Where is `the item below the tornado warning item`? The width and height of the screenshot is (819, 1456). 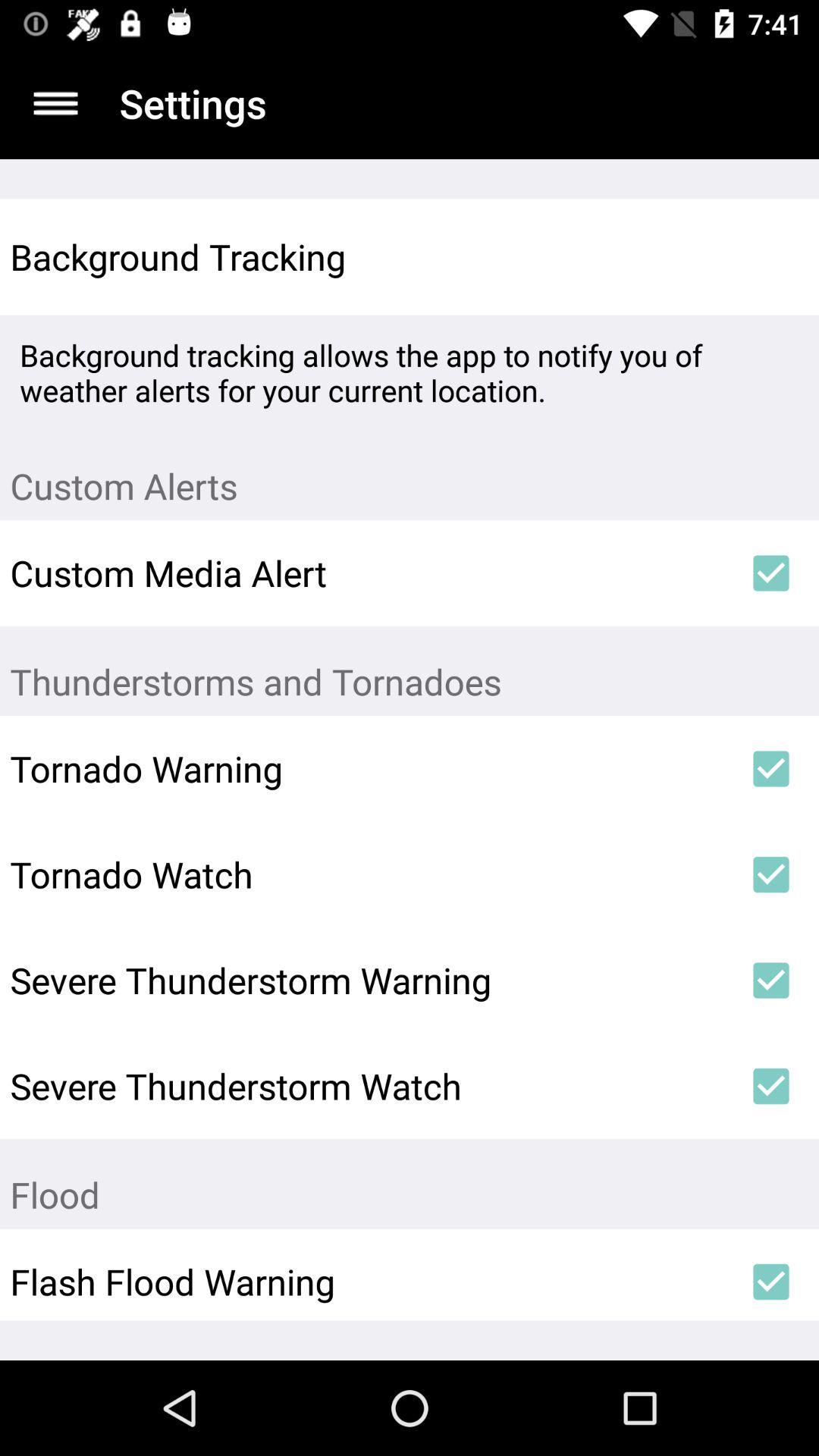 the item below the tornado warning item is located at coordinates (366, 874).